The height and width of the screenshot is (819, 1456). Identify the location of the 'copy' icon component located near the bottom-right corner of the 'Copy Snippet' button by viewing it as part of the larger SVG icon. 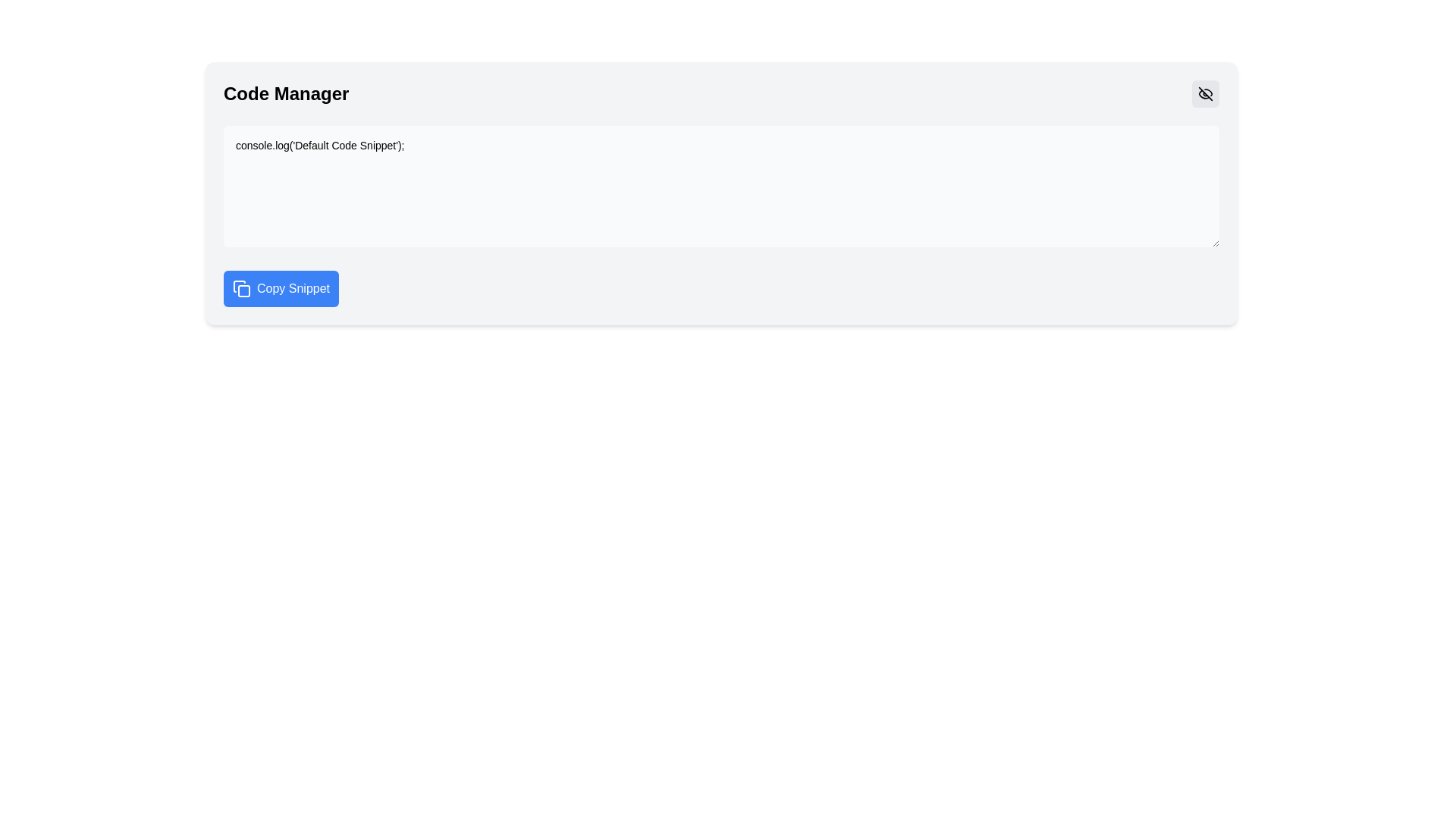
(243, 291).